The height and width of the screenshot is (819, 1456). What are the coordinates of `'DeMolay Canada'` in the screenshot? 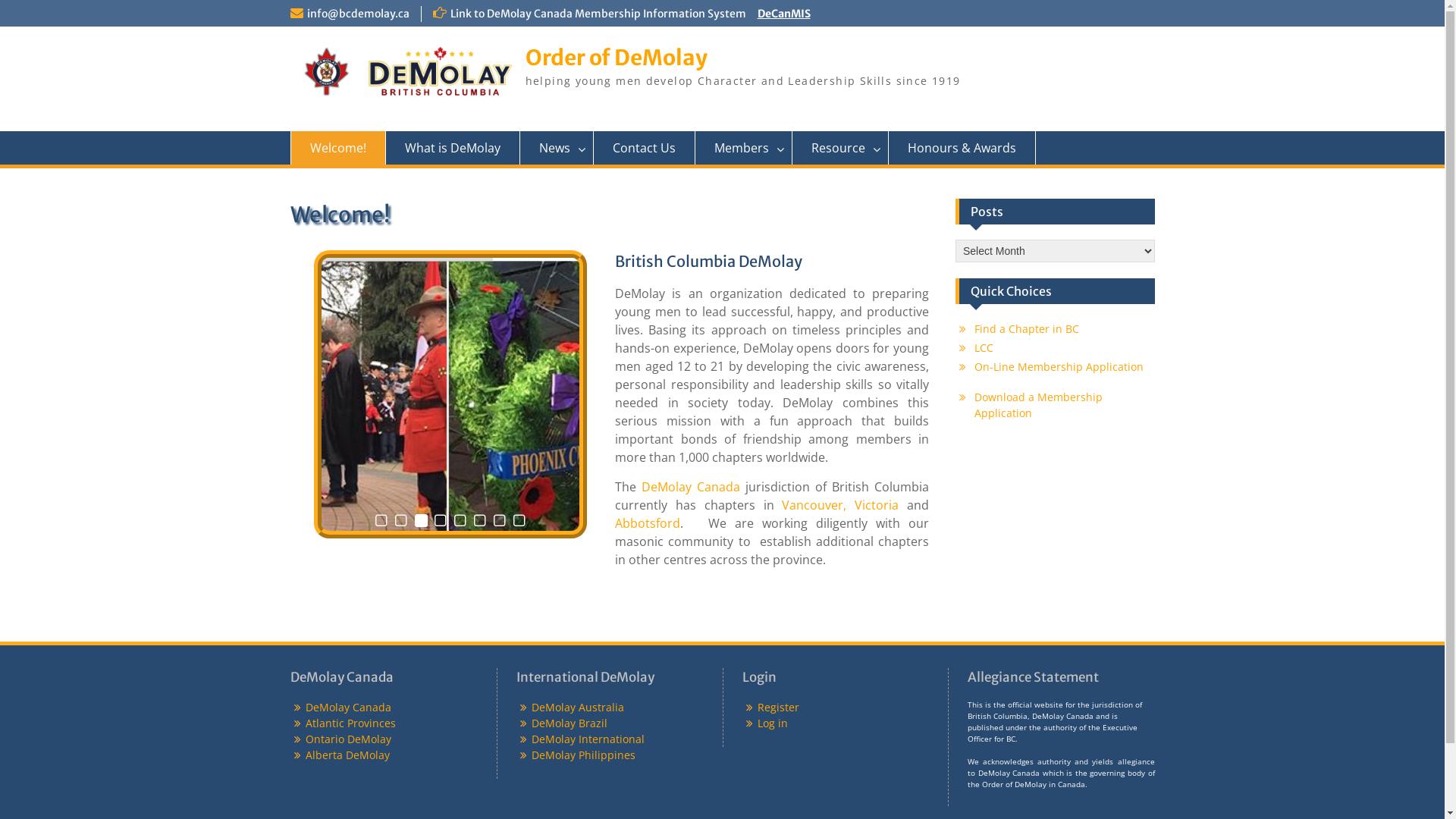 It's located at (690, 486).